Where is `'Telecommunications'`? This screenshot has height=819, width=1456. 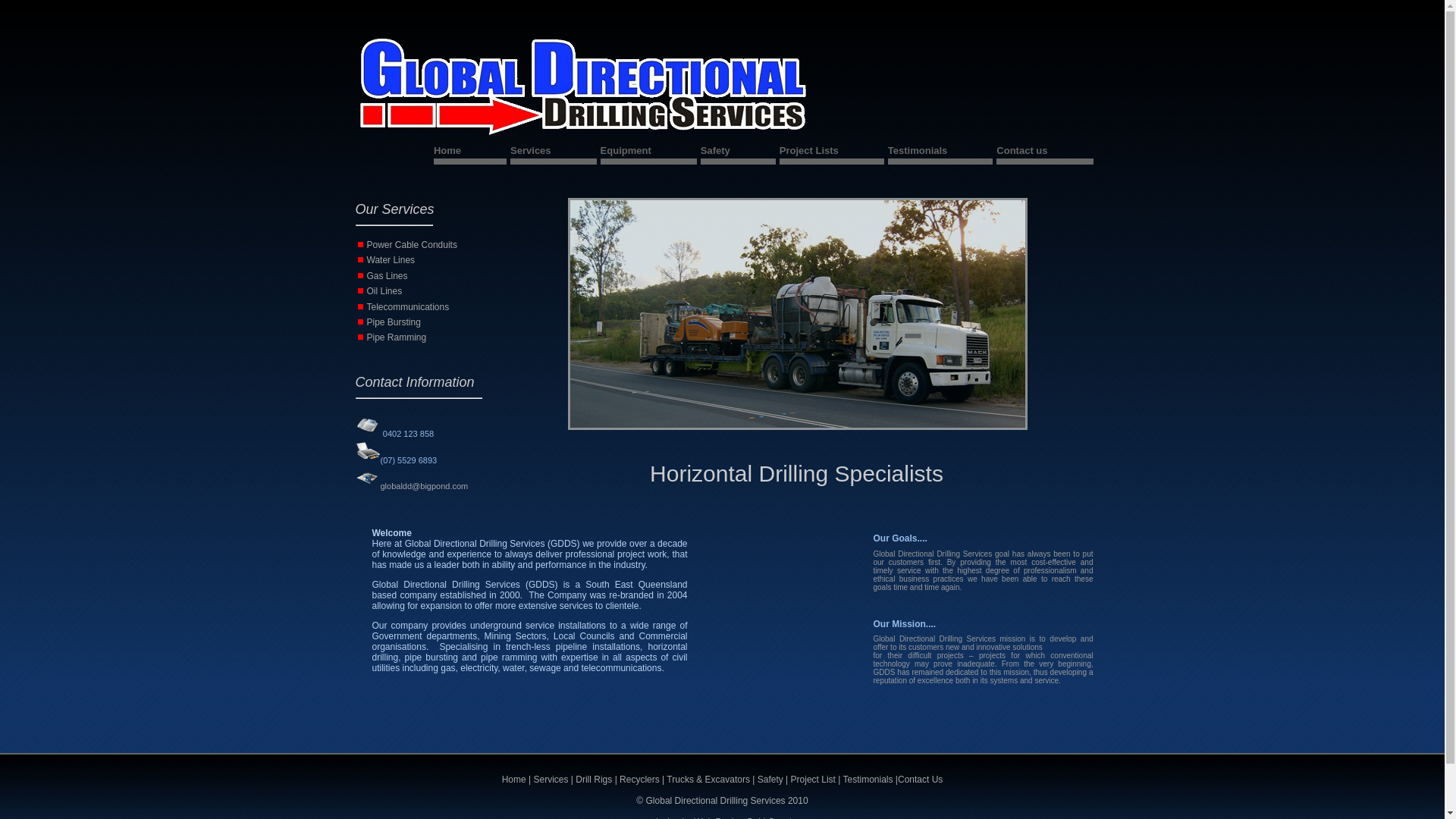 'Telecommunications' is located at coordinates (408, 307).